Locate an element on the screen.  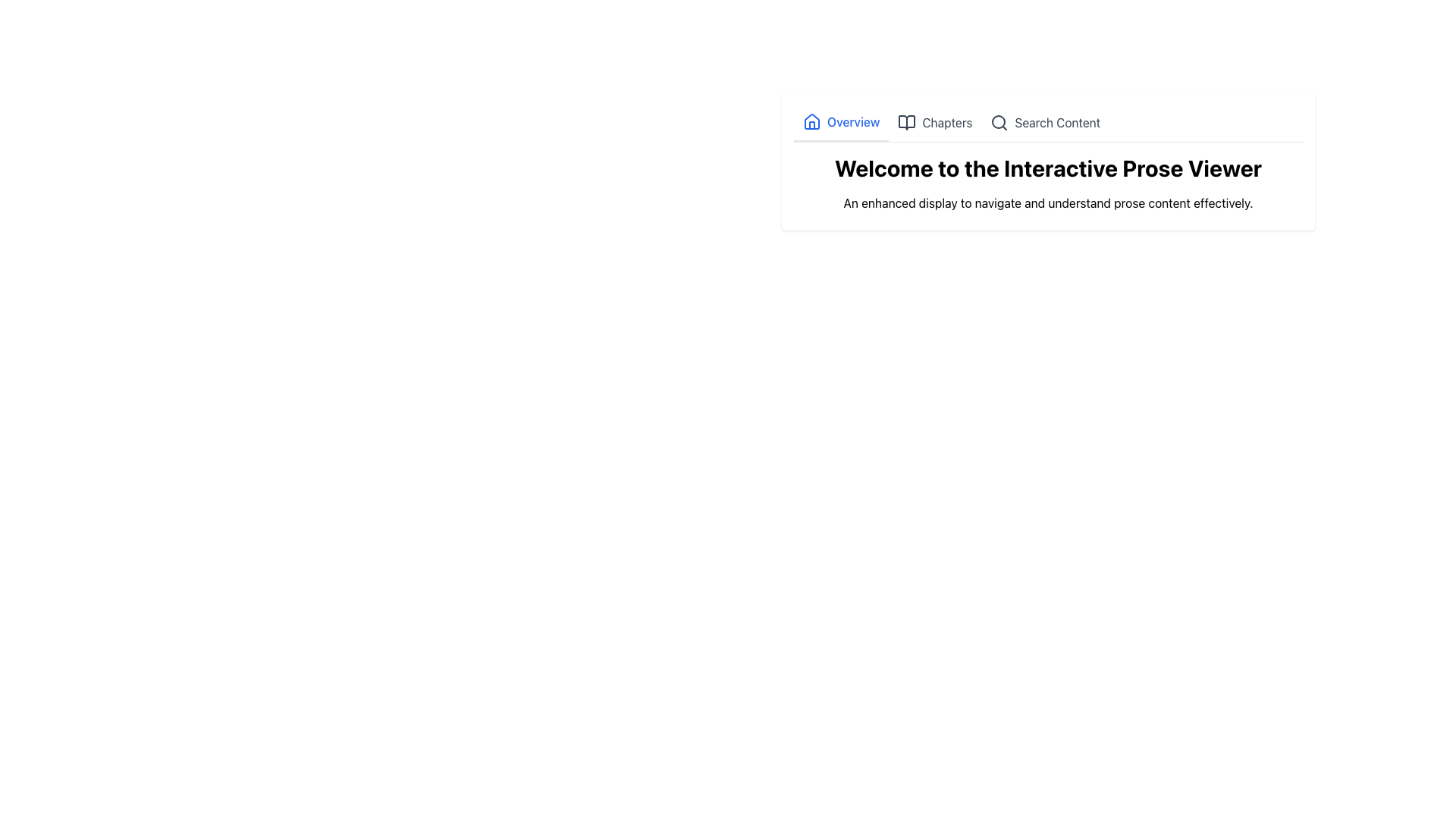
the Text label in the upper-center region of the interface, which indicates a section related to chapters and is positioned after an open book icon is located at coordinates (946, 122).